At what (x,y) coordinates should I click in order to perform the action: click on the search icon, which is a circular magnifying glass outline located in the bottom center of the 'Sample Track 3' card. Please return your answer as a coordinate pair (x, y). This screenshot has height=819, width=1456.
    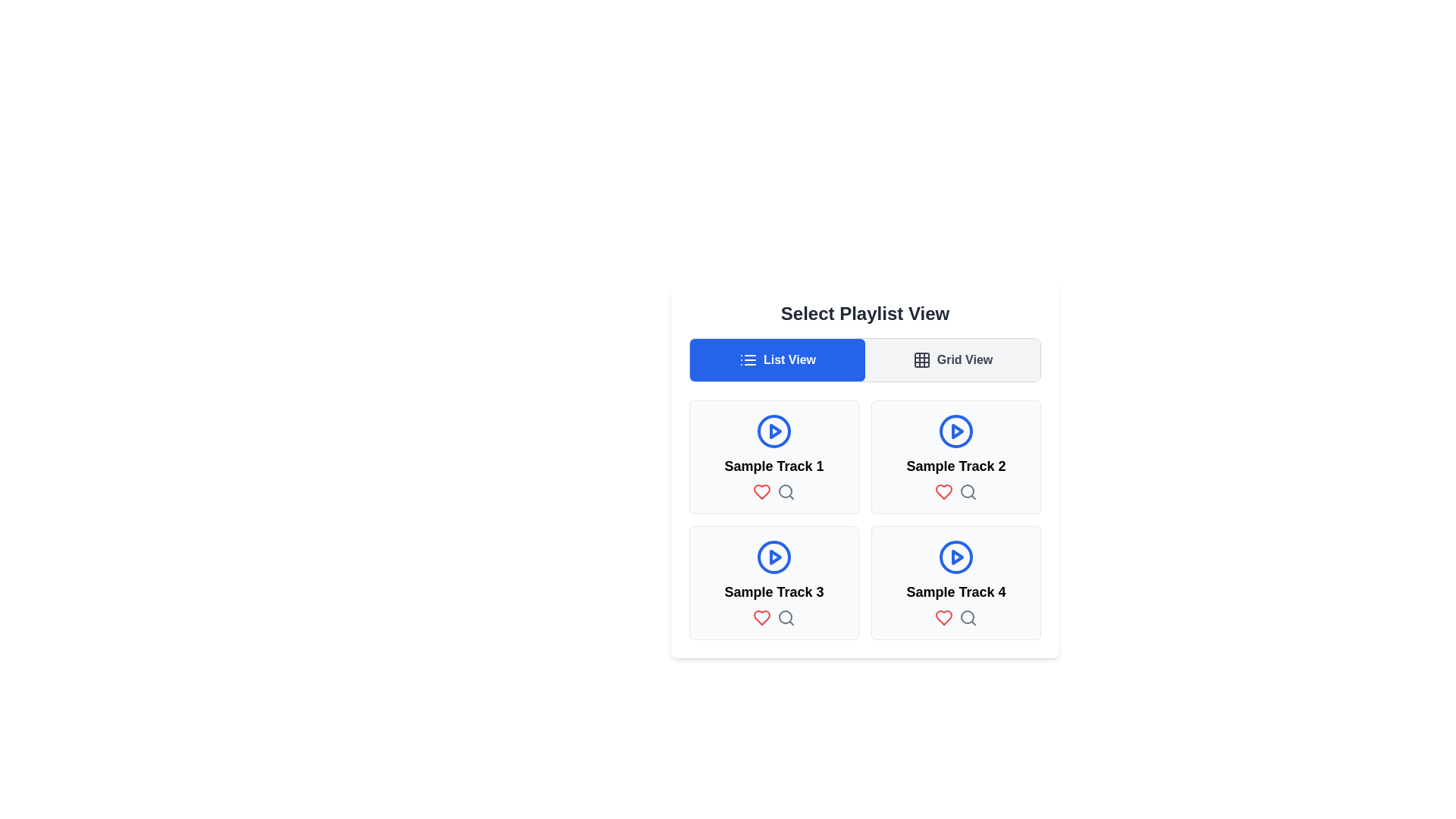
    Looking at the image, I should click on (786, 617).